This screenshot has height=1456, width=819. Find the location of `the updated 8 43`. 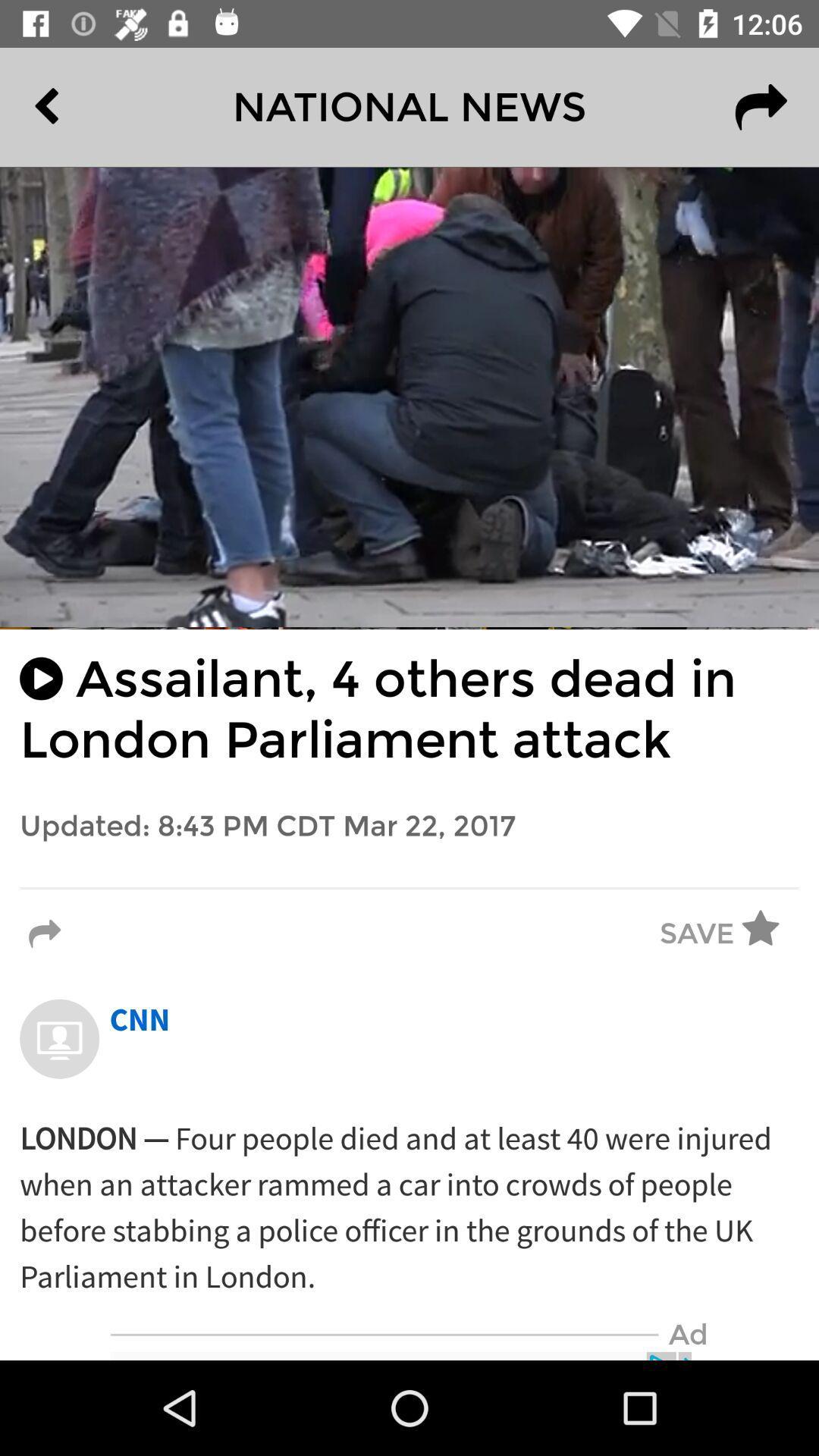

the updated 8 43 is located at coordinates (409, 826).